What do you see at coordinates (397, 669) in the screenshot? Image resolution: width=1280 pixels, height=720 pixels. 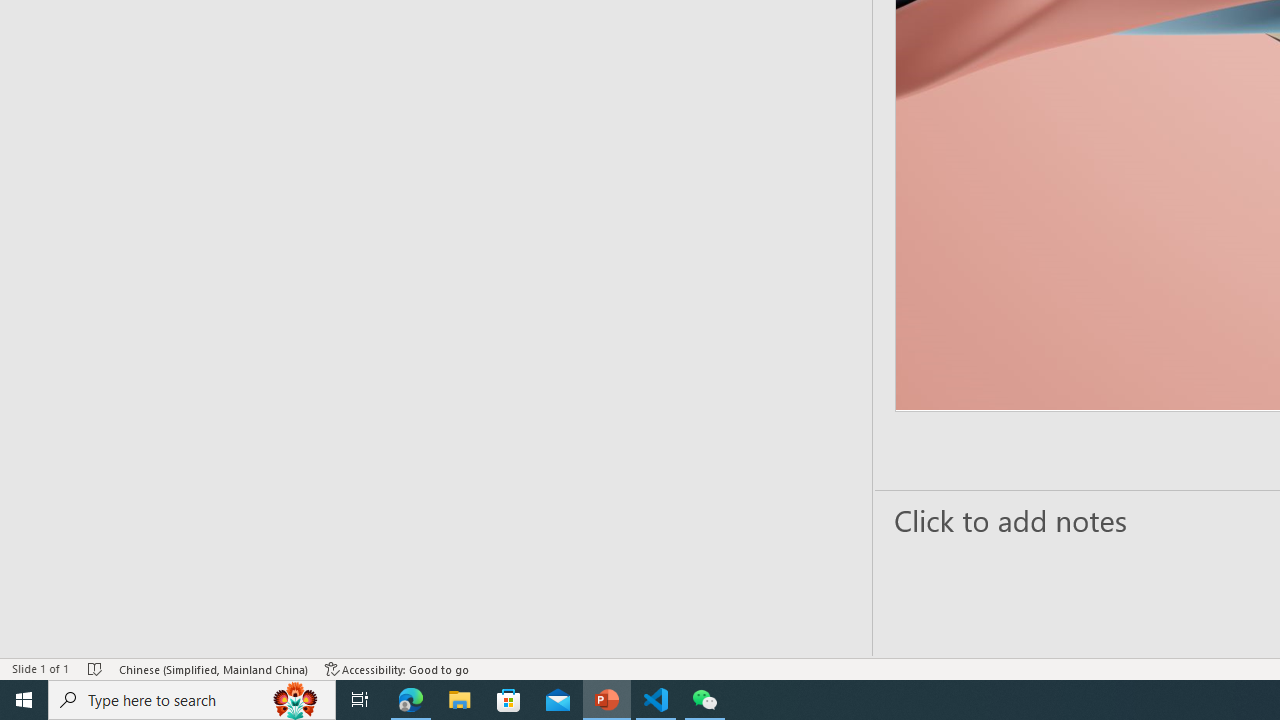 I see `'Accessibility Checker Accessibility: Good to go'` at bounding box center [397, 669].